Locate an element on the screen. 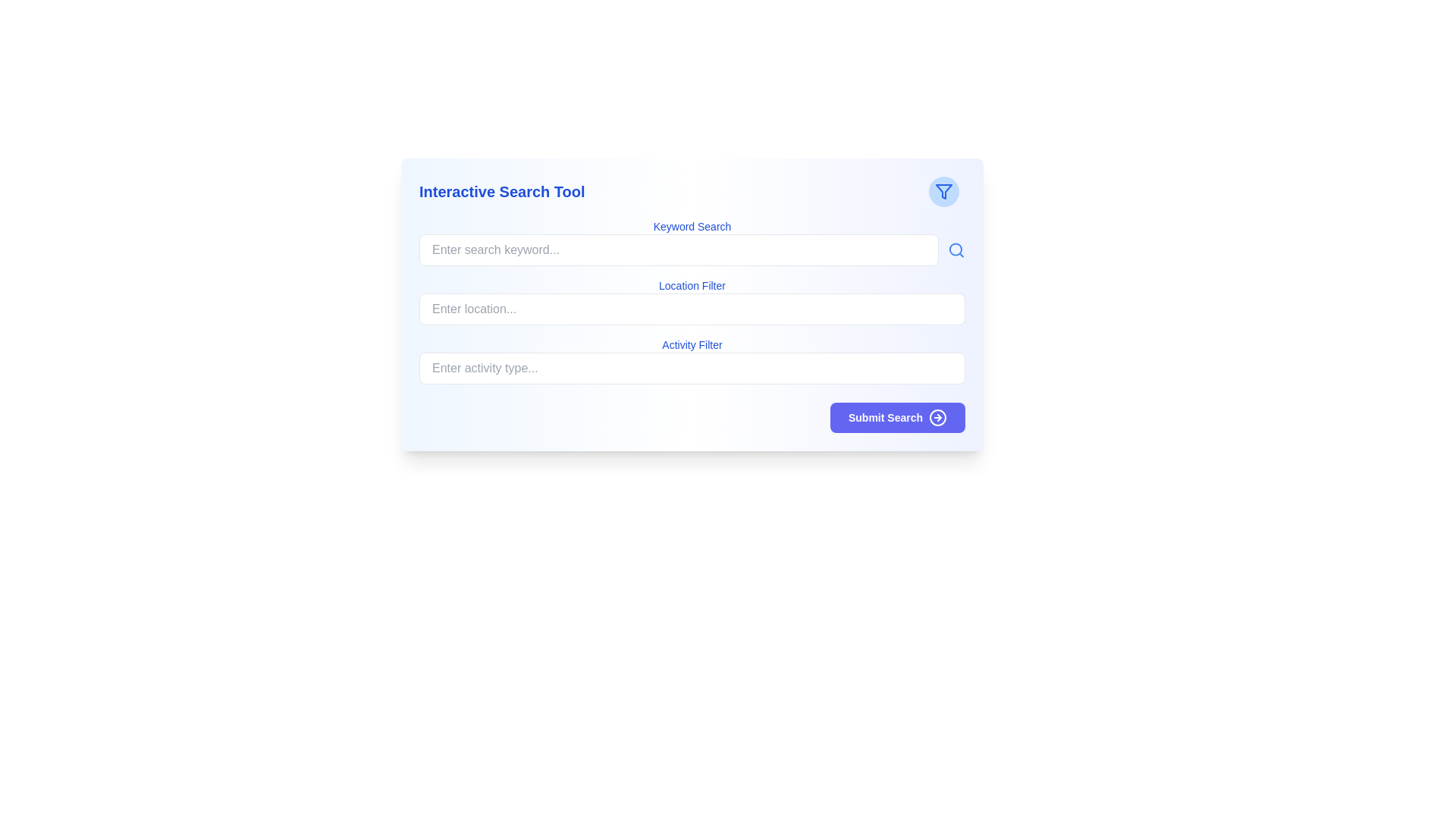 Image resolution: width=1456 pixels, height=819 pixels. the A labeled text input field for filtering search results by tabbing to it is located at coordinates (691, 360).